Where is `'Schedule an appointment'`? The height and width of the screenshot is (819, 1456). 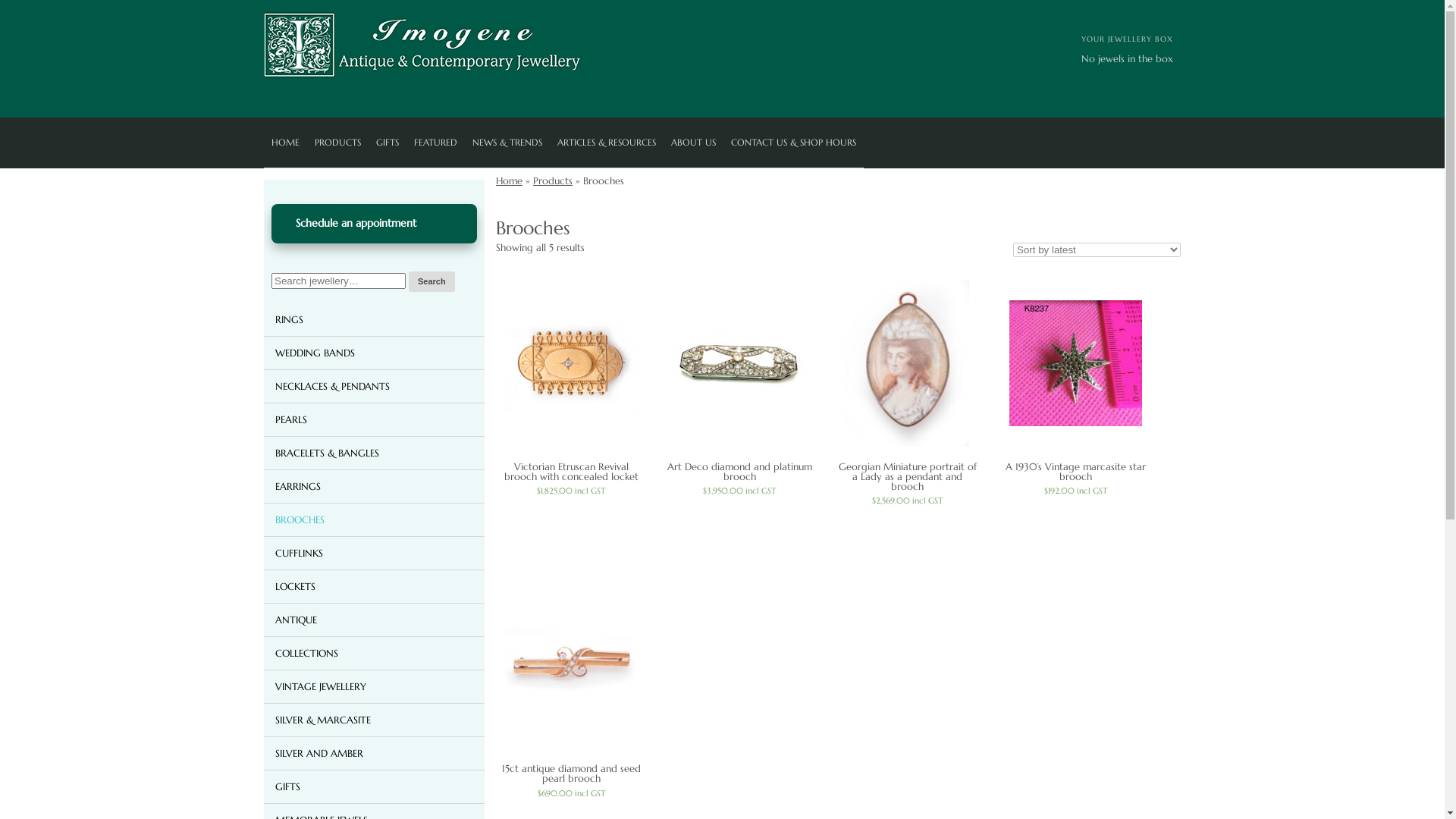 'Schedule an appointment' is located at coordinates (374, 223).